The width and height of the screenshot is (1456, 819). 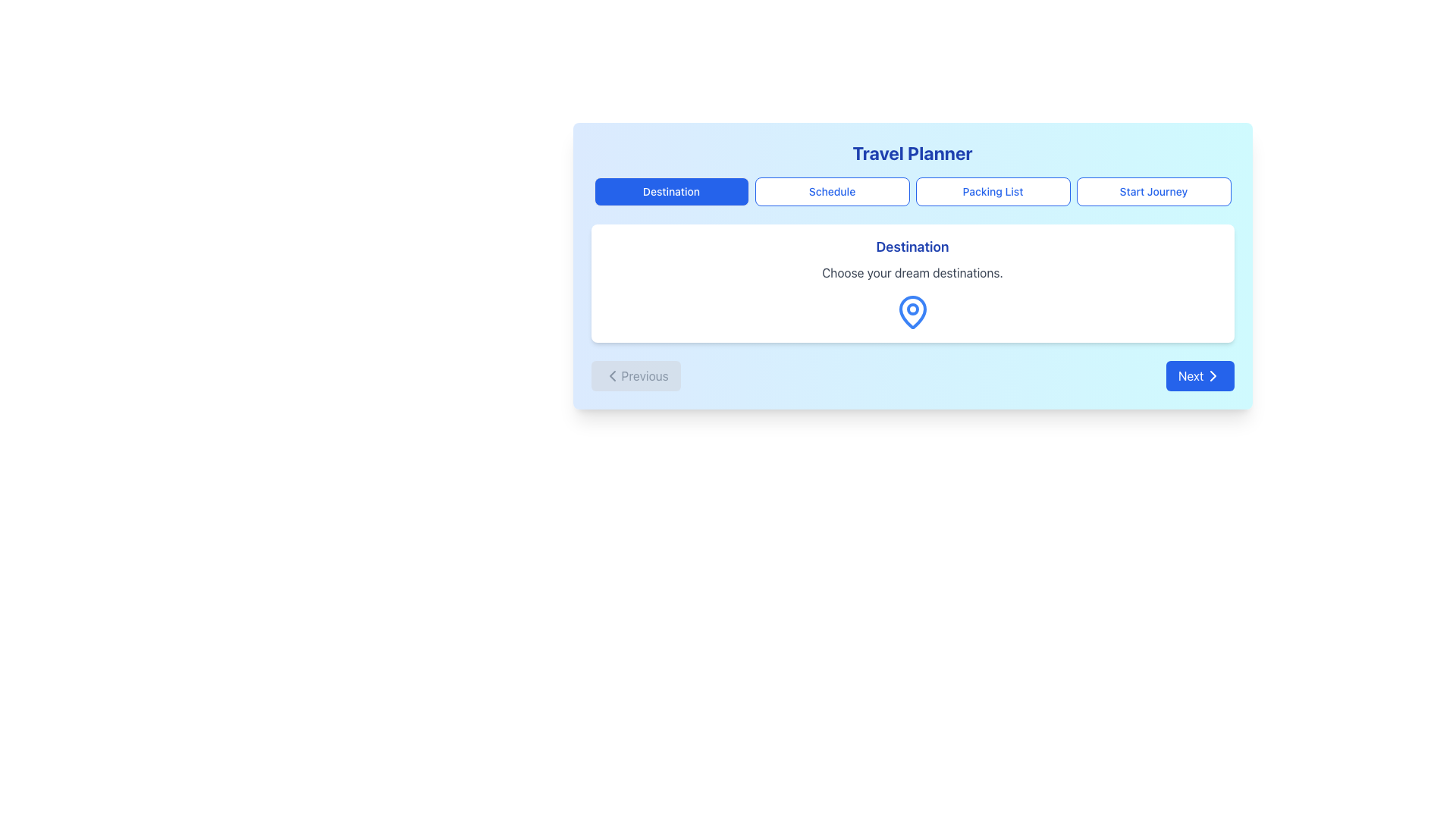 What do you see at coordinates (912, 312) in the screenshot?
I see `the blue map pin icon located at the center of the 'Destination' panel in the 'Travel Planner' interface` at bounding box center [912, 312].